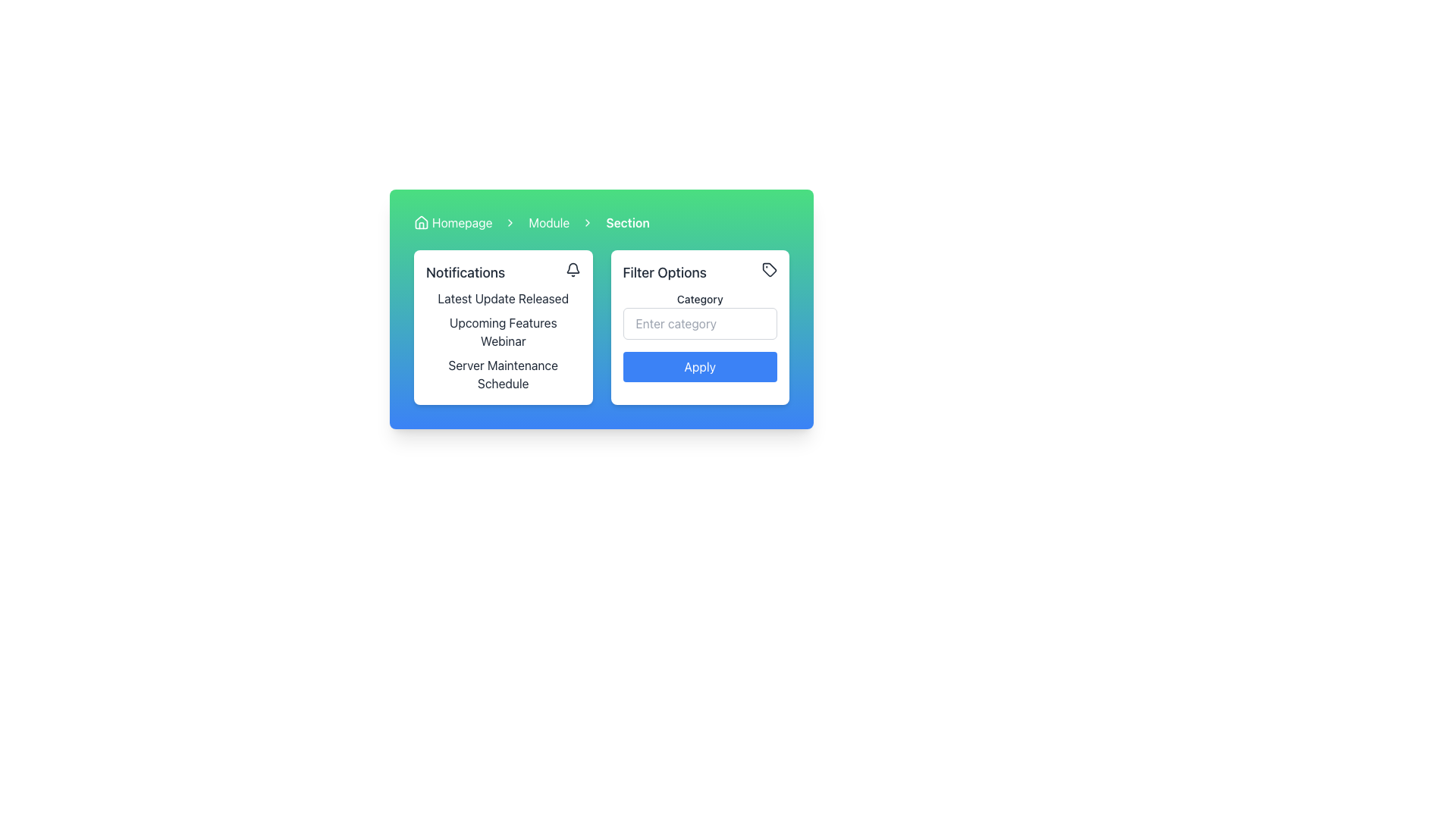  I want to click on the house icon in the breadcrumb navigation bar, which is positioned to the left of the 'Homepage' label, so click(422, 222).